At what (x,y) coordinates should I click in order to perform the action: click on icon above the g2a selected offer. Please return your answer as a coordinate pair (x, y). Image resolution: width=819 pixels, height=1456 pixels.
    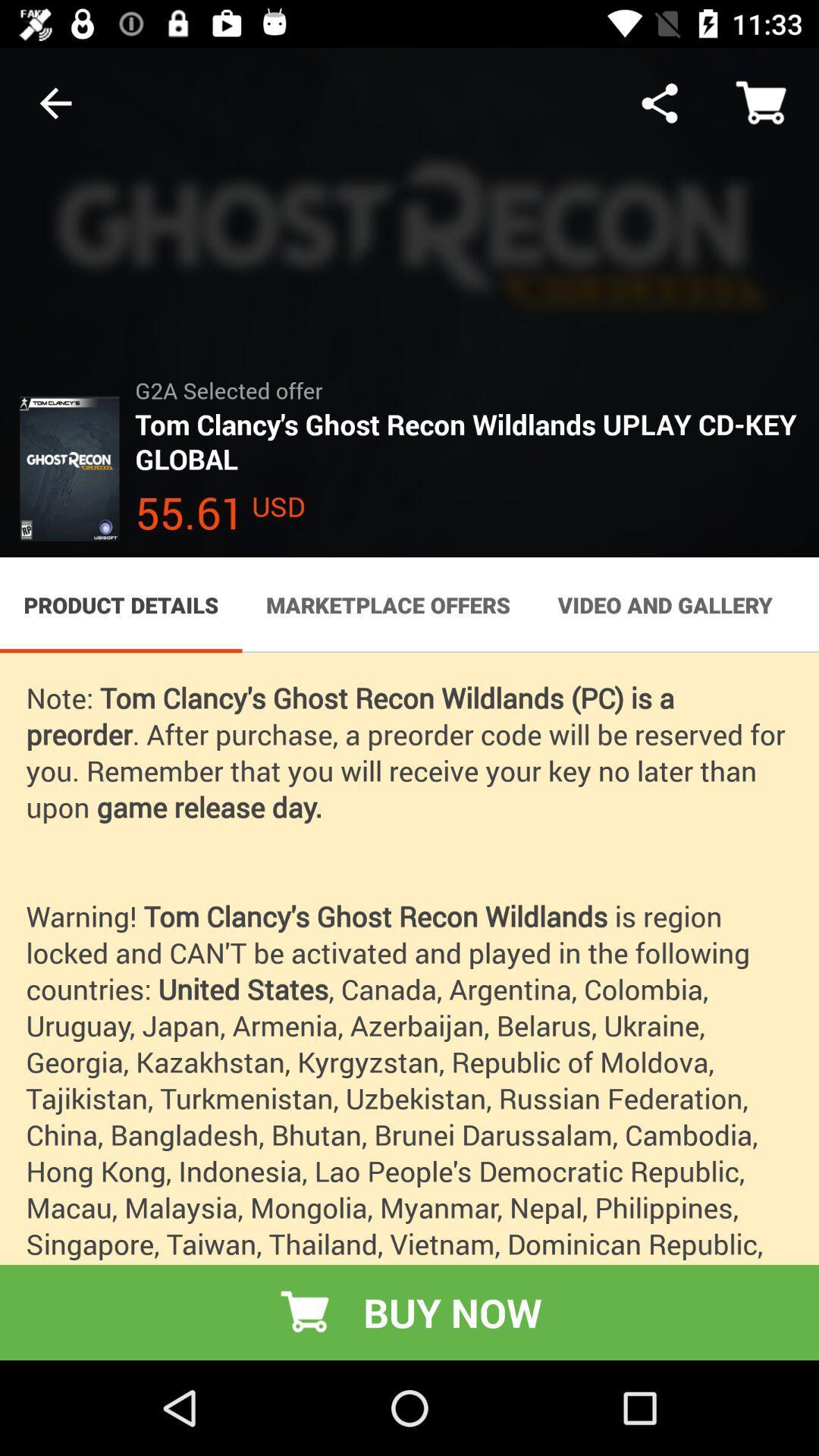
    Looking at the image, I should click on (659, 102).